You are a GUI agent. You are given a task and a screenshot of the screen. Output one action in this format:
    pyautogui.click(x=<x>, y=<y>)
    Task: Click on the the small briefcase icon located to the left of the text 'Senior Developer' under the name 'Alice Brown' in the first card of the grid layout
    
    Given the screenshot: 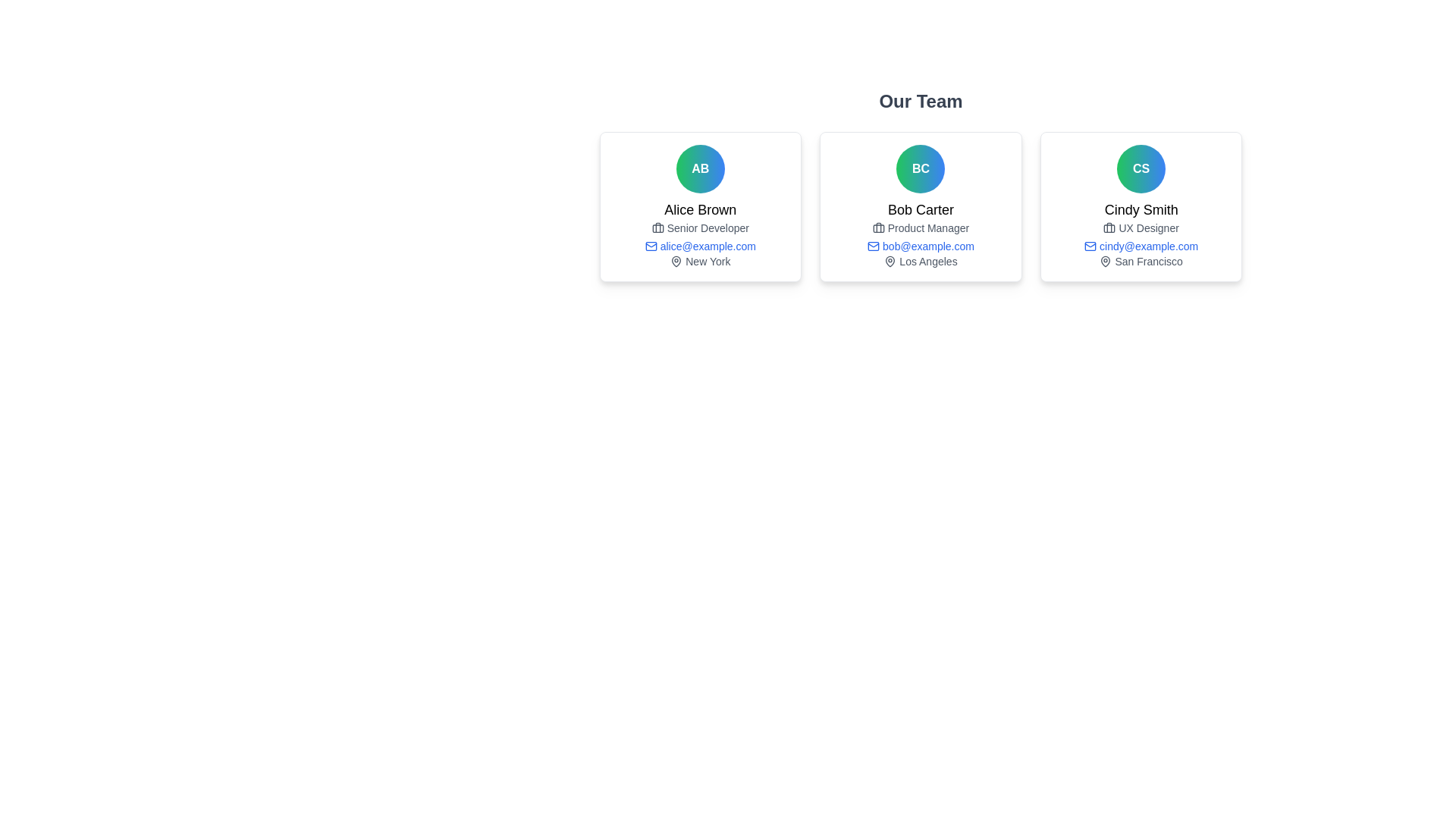 What is the action you would take?
    pyautogui.click(x=657, y=227)
    